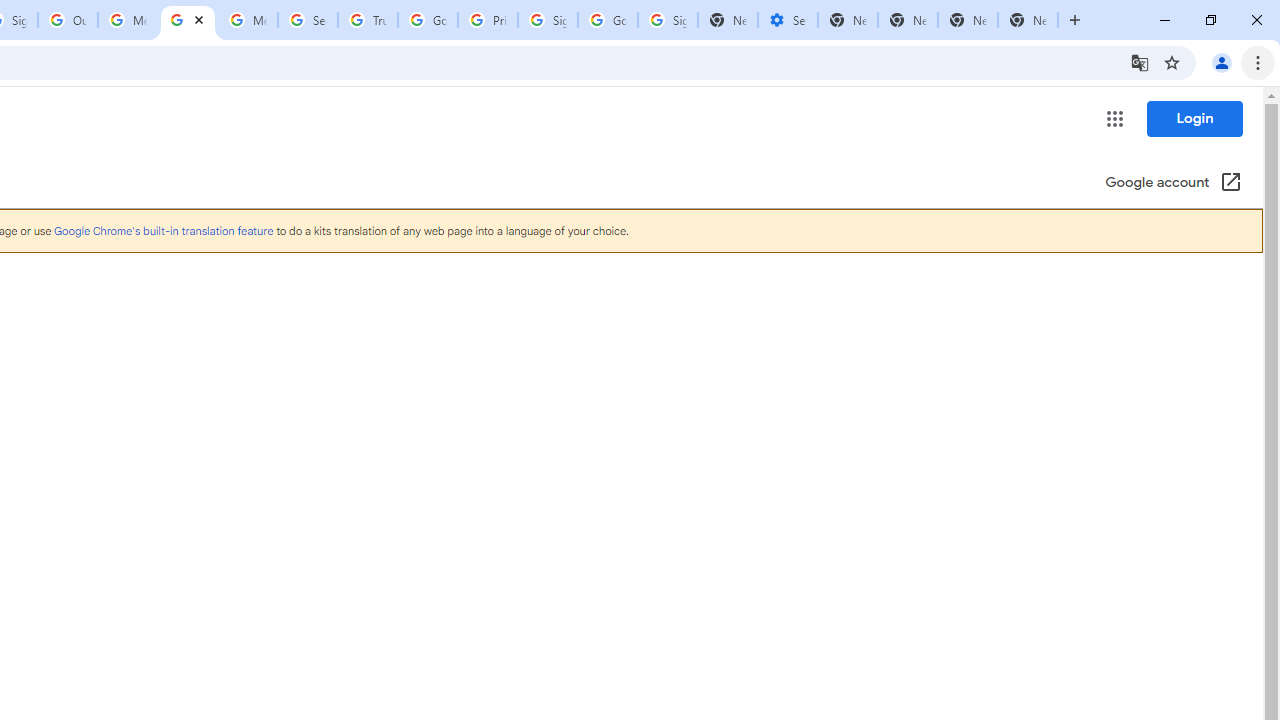 This screenshot has width=1280, height=720. What do you see at coordinates (1028, 20) in the screenshot?
I see `'New Tab'` at bounding box center [1028, 20].